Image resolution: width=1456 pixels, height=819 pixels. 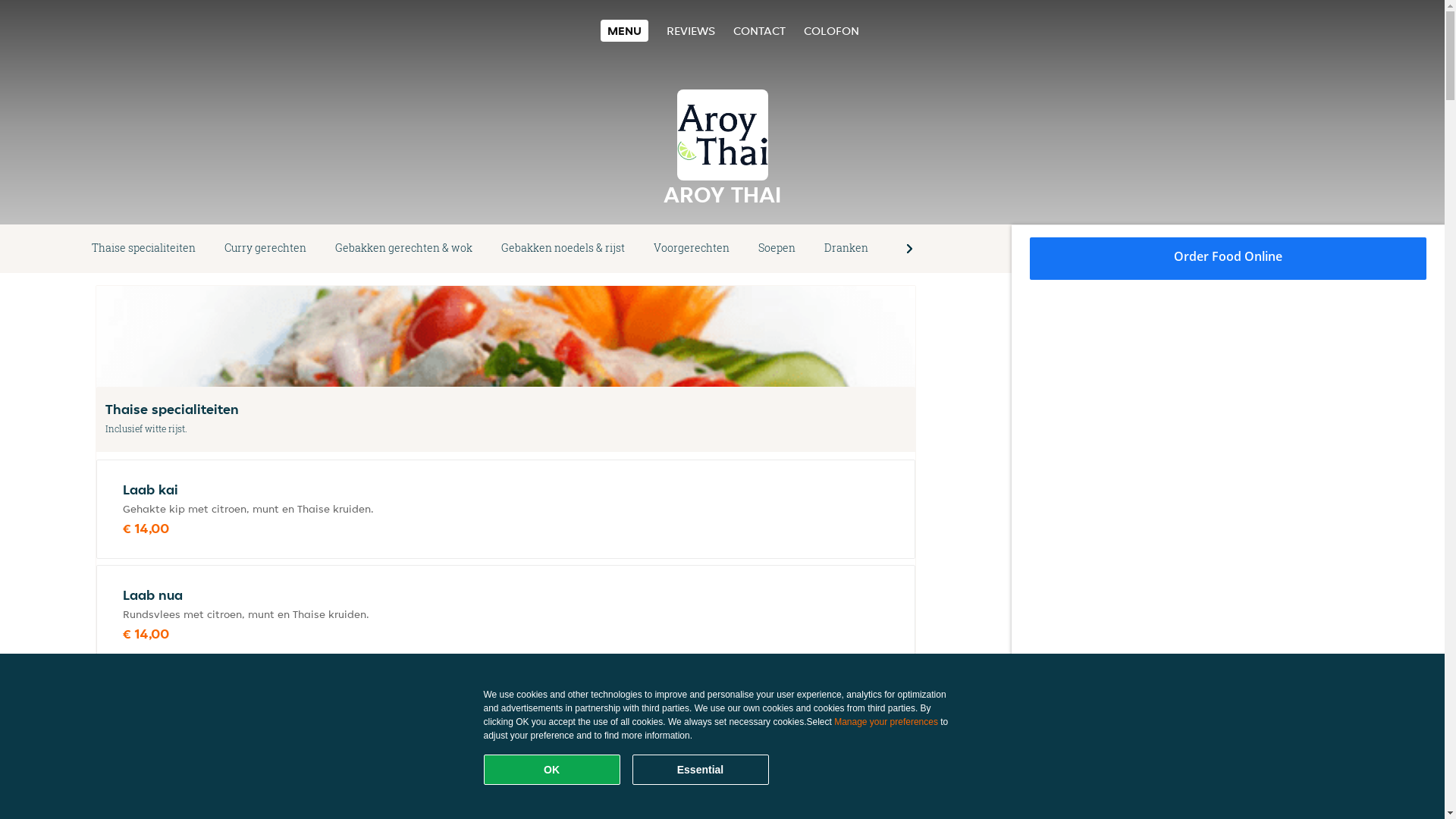 I want to click on 'Thaise specialiteiten', so click(x=76, y=247).